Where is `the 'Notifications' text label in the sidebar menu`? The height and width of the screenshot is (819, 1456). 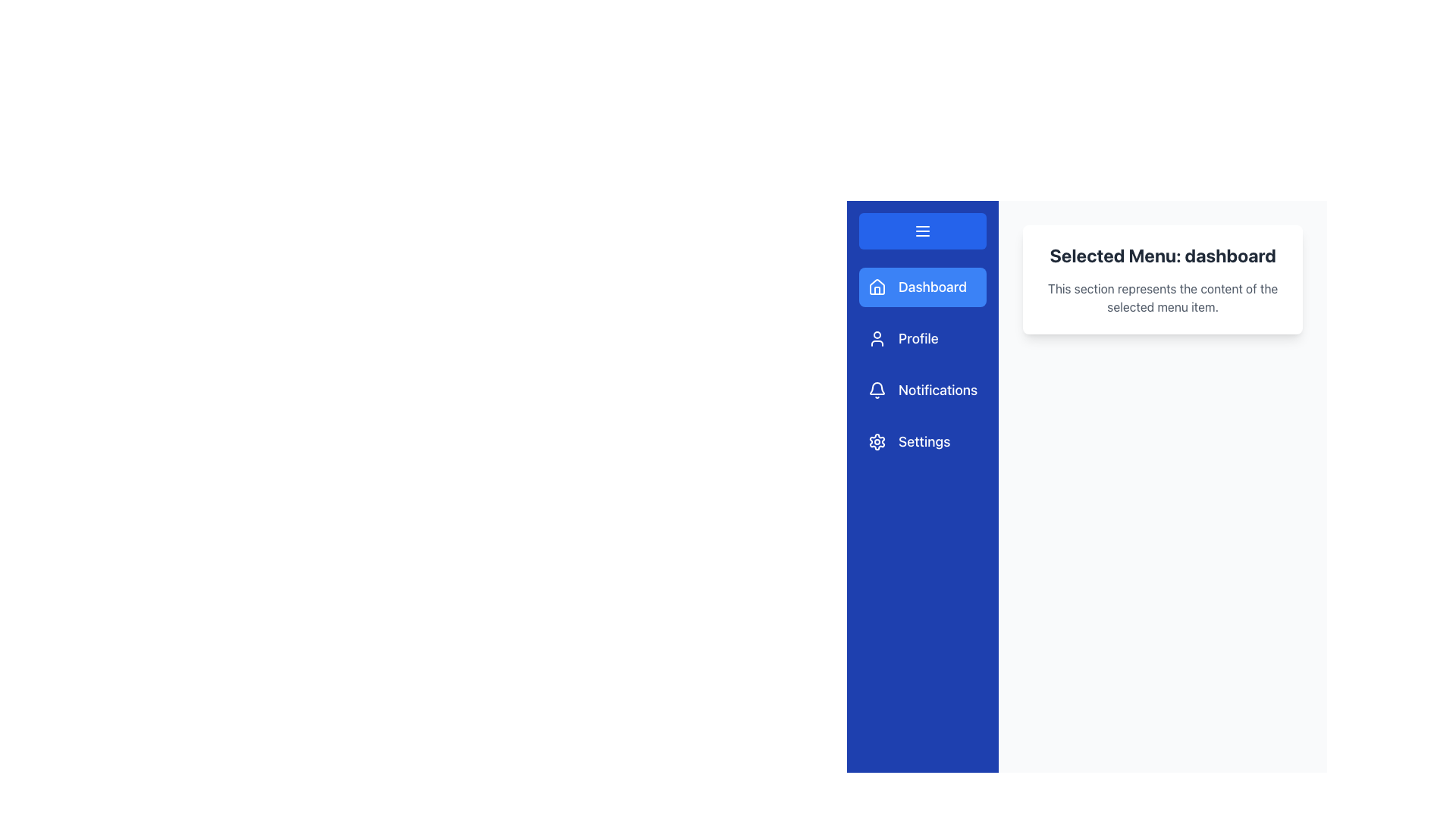 the 'Notifications' text label in the sidebar menu is located at coordinates (937, 390).